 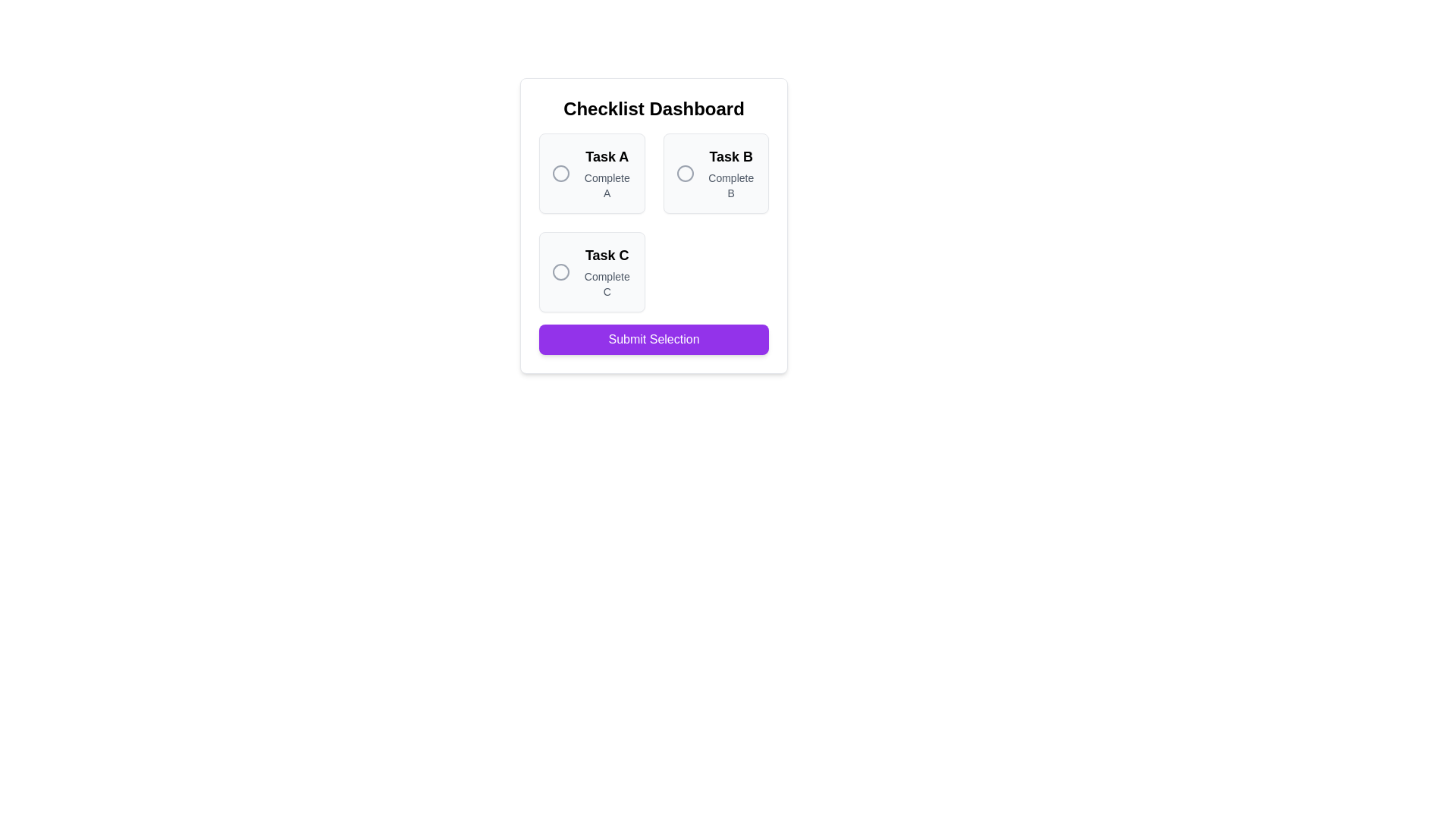 I want to click on the circular indicator outlined with a thin black stroke, located centrally within the 'Task B' card in the second column of the top row of the 'Checklist Dashboard', so click(x=684, y=172).